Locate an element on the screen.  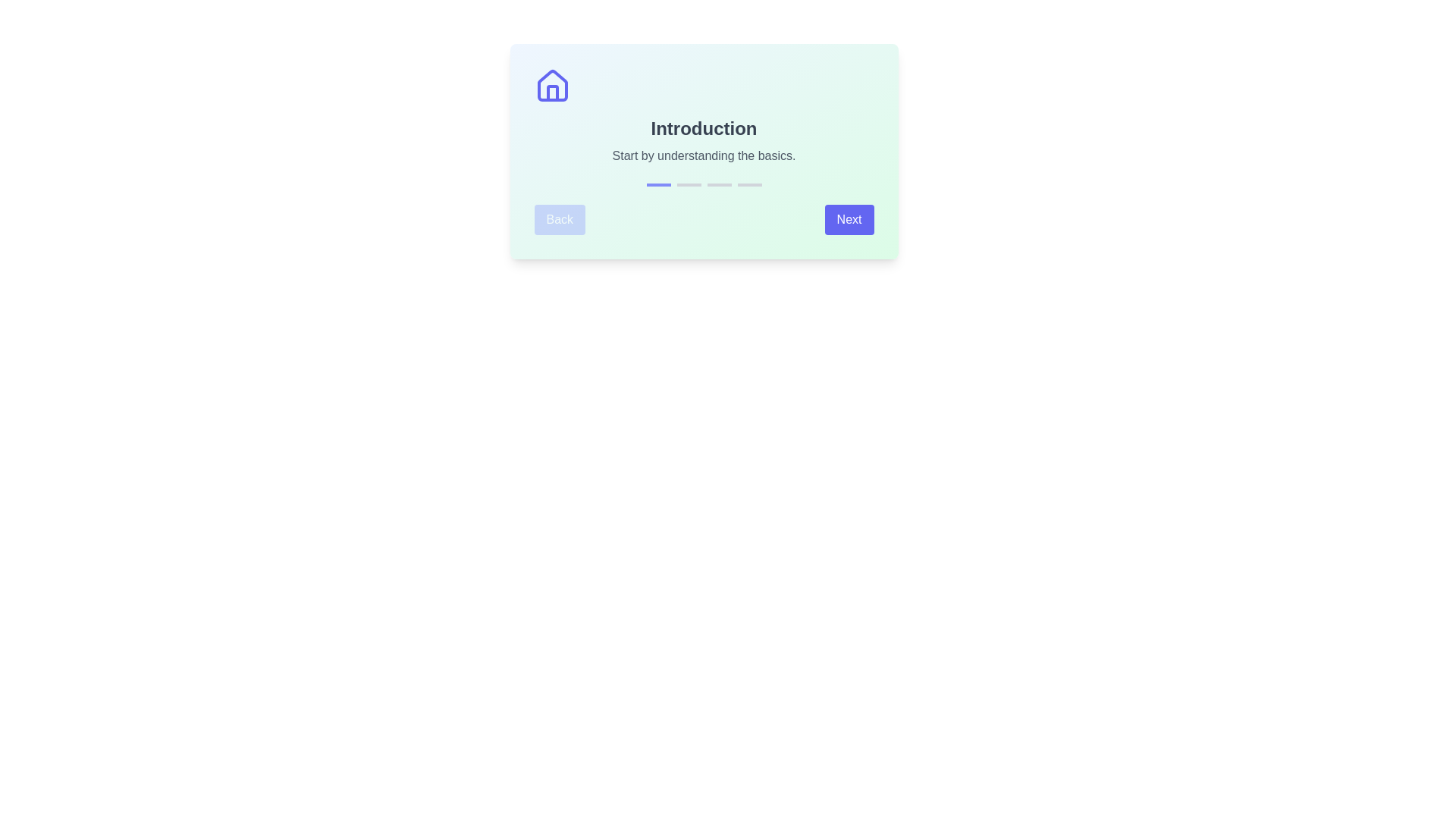
the progress indicator to inspect its state is located at coordinates (658, 184).